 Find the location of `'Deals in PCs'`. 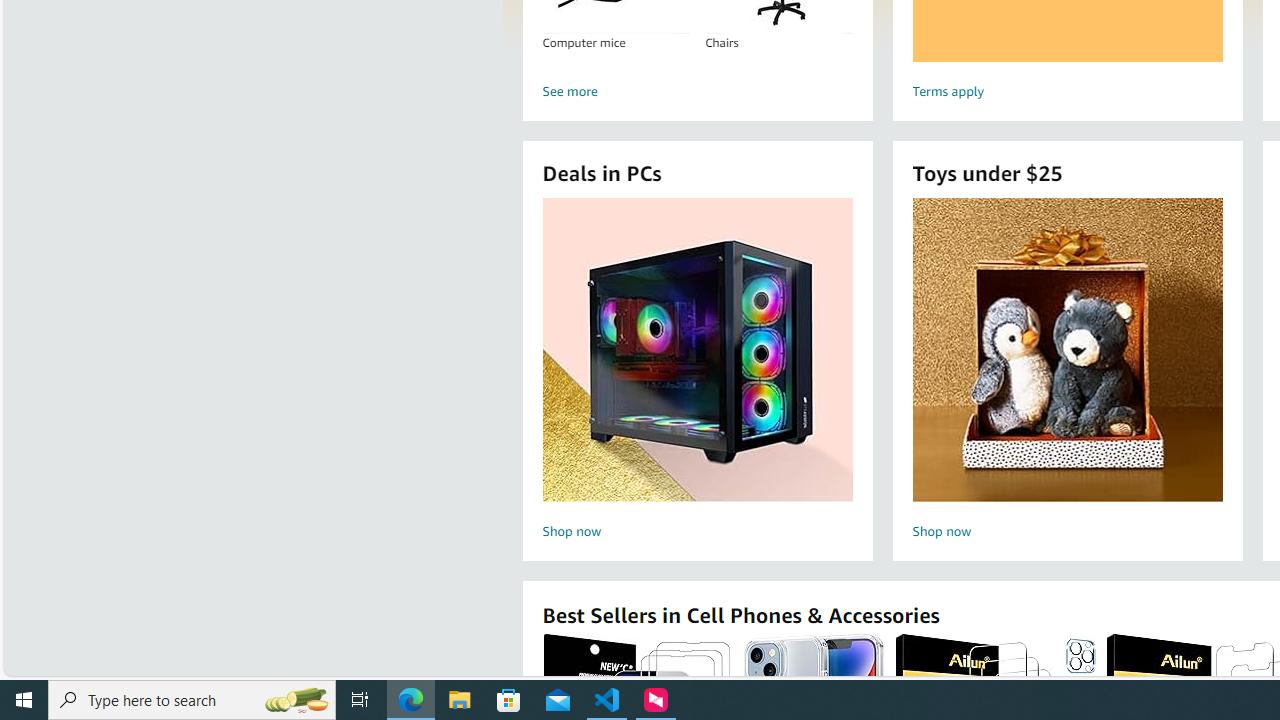

'Deals in PCs' is located at coordinates (697, 348).